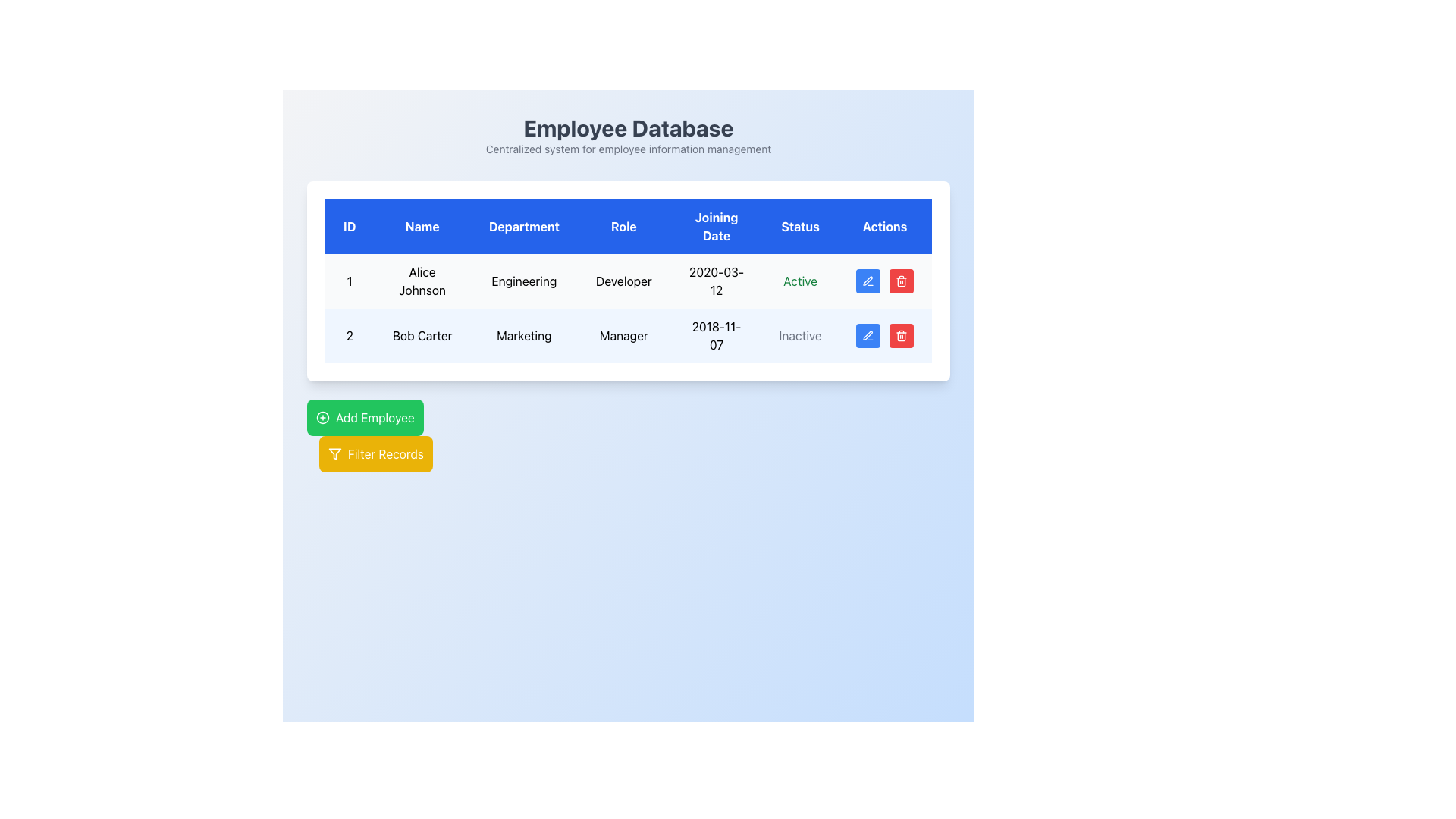 This screenshot has width=1456, height=819. I want to click on the 'Joining Date' table header, which is the fifth column in the Employee Database table, displayed in white text on a blue background, so click(716, 227).